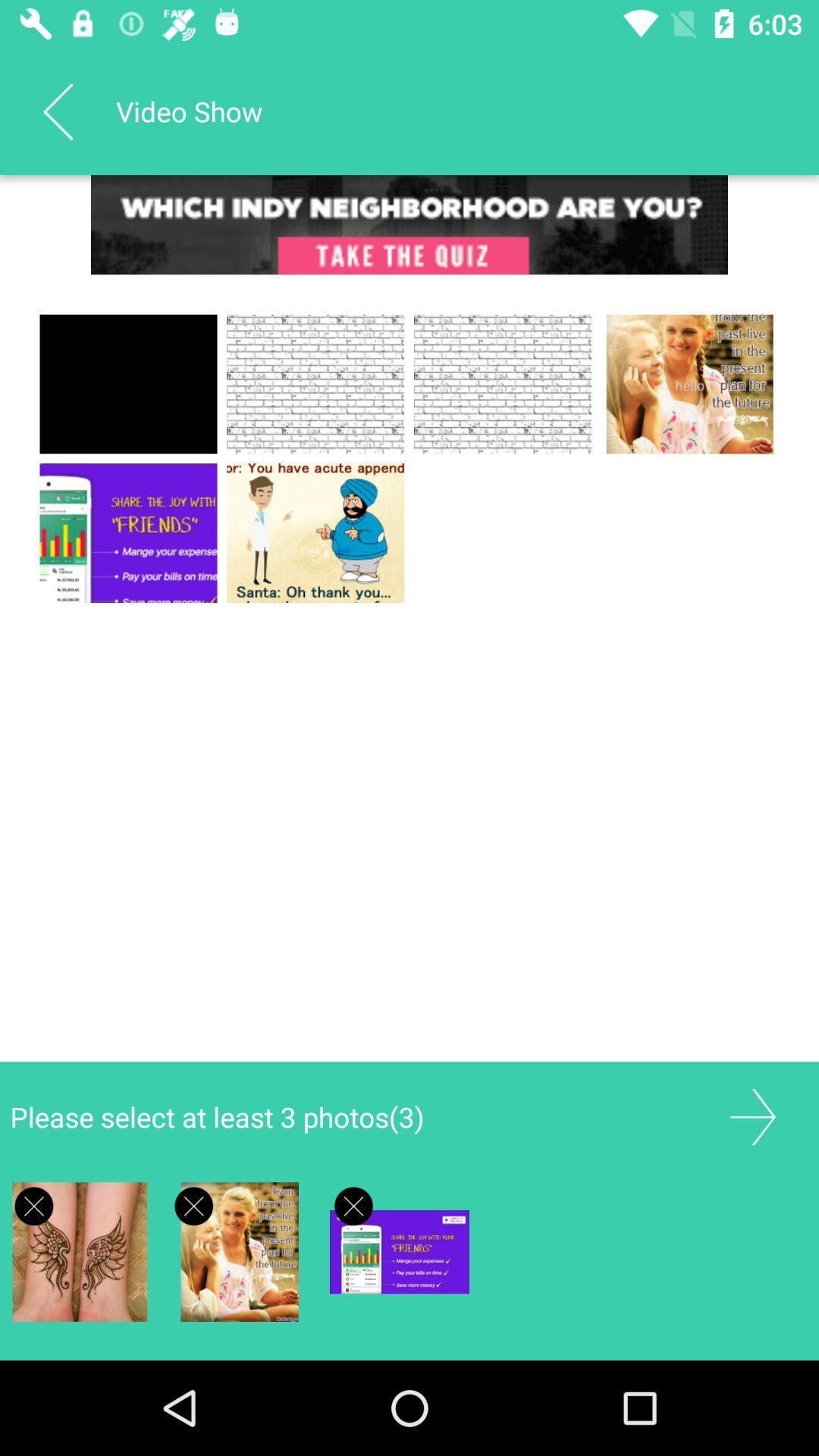 The width and height of the screenshot is (819, 1456). What do you see at coordinates (193, 1205) in the screenshot?
I see `item` at bounding box center [193, 1205].